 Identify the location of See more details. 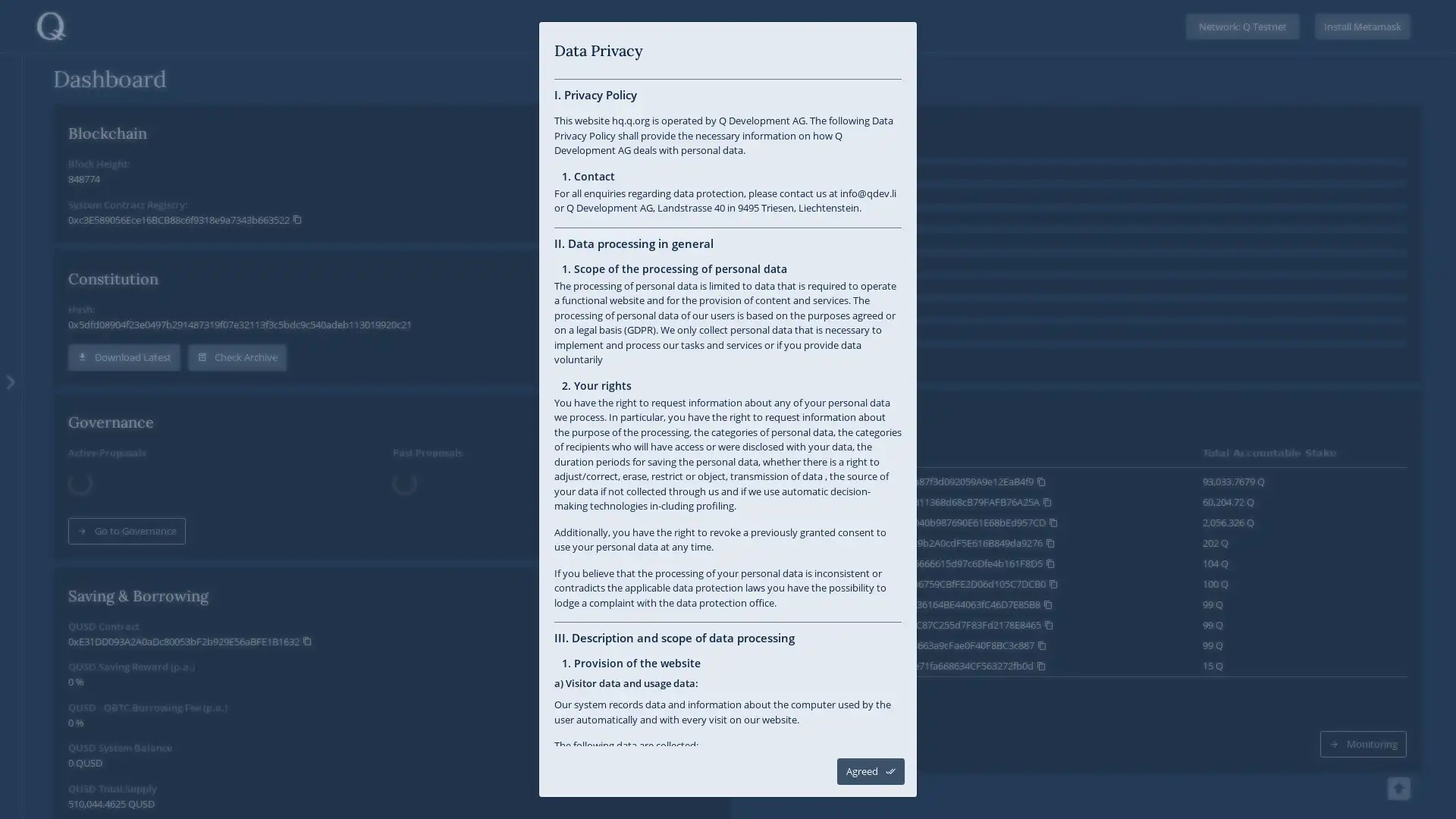
(812, 706).